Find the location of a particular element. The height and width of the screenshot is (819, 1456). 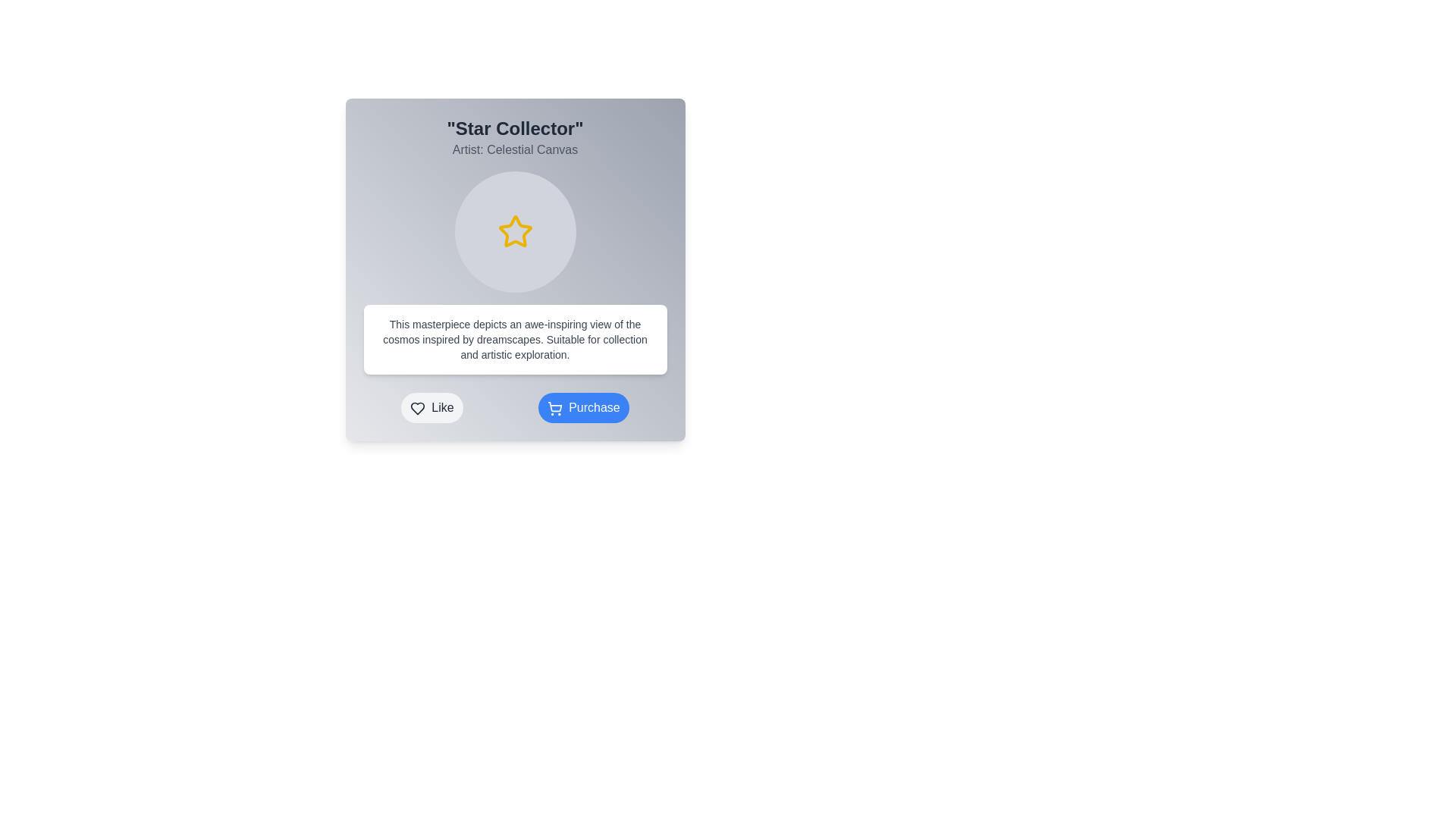

the shopping cart icon that visually denotes the purchase action, located to the left of the 'Purchase' button label is located at coordinates (554, 407).